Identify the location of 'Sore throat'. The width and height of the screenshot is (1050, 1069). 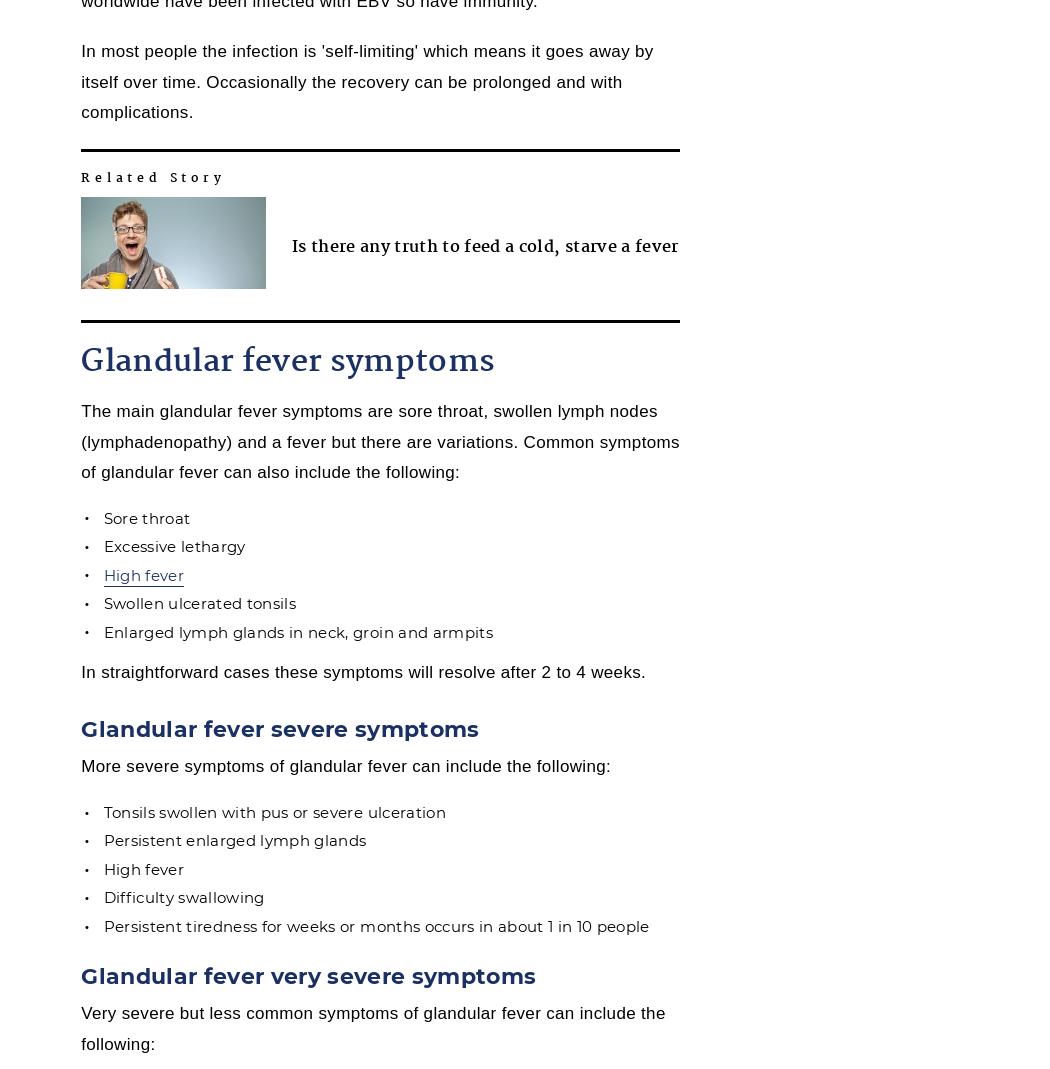
(145, 516).